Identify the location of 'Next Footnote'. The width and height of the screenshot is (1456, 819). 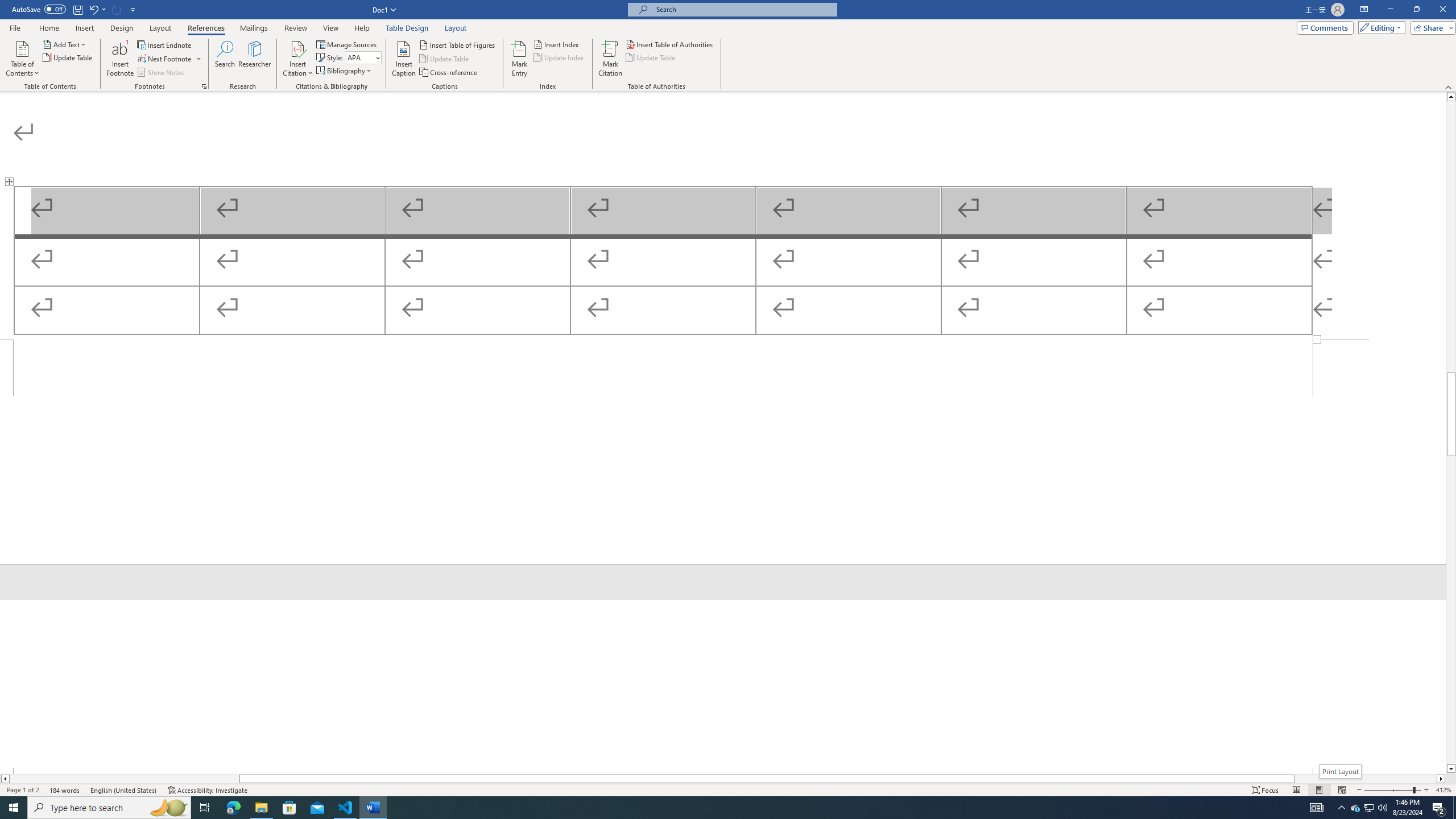
(164, 59).